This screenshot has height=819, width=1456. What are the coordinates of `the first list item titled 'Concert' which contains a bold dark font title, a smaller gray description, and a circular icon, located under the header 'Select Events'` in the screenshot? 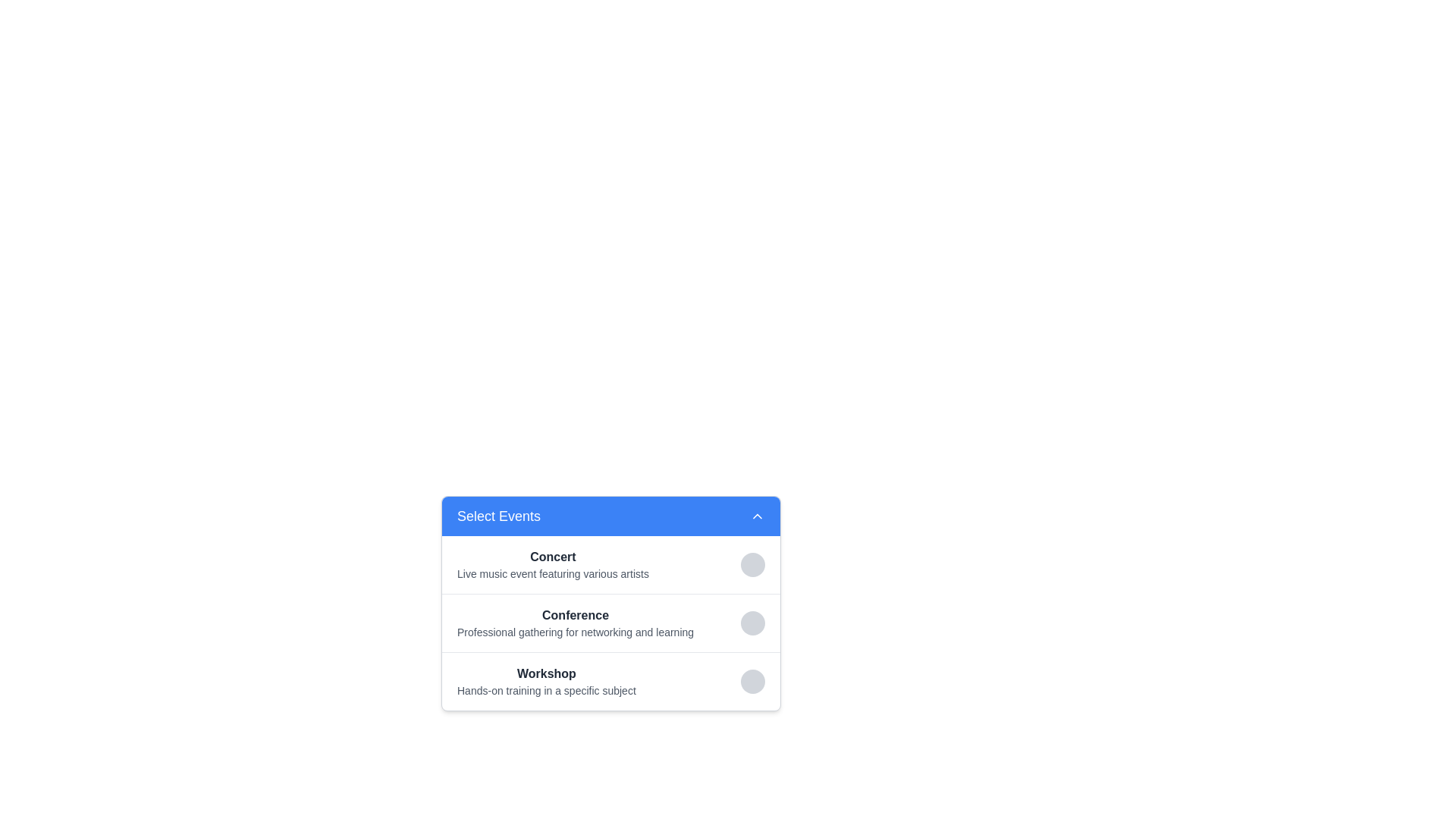 It's located at (611, 564).